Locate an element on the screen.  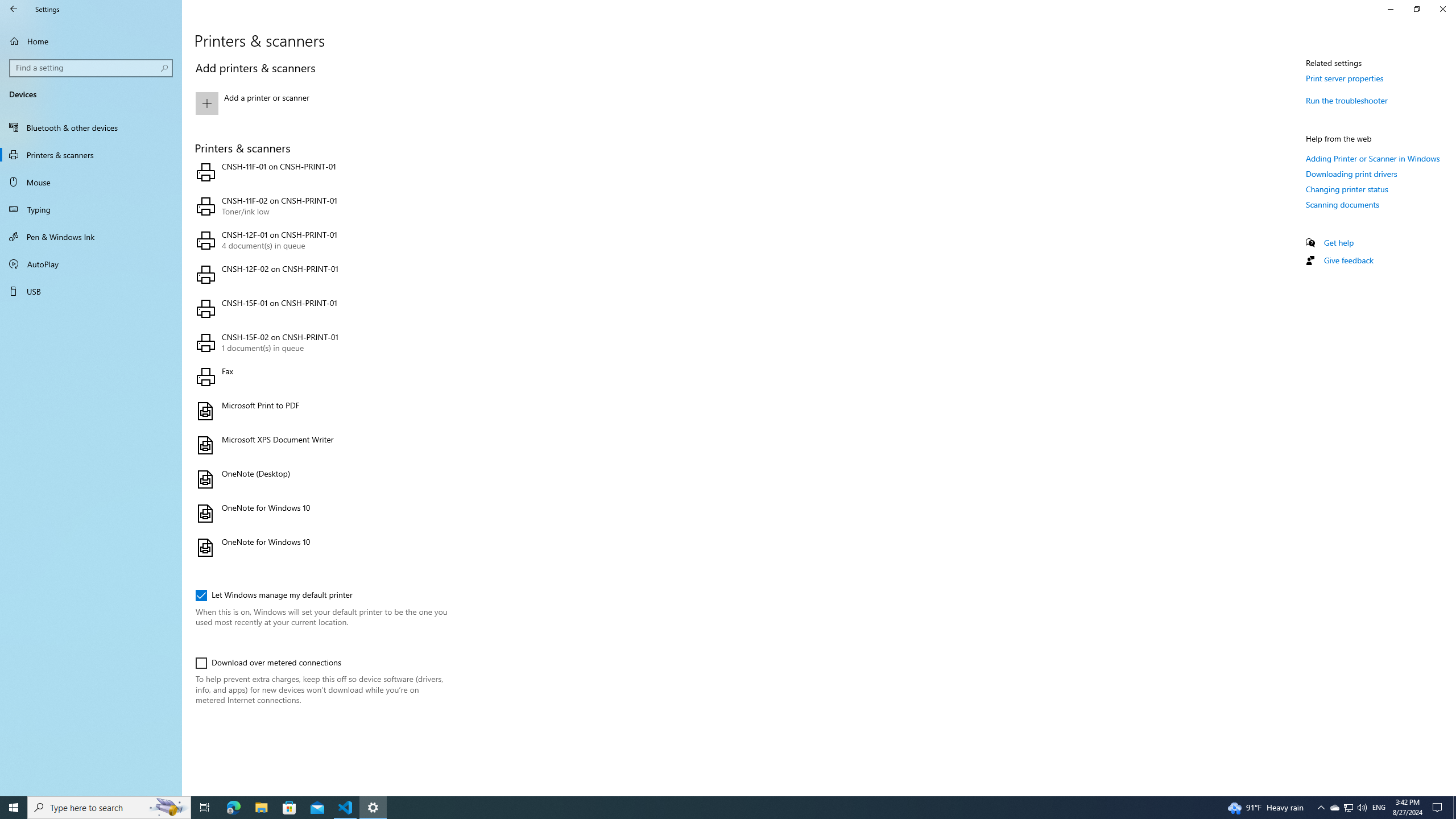
'Microsoft Print to PDF' is located at coordinates (318, 410).